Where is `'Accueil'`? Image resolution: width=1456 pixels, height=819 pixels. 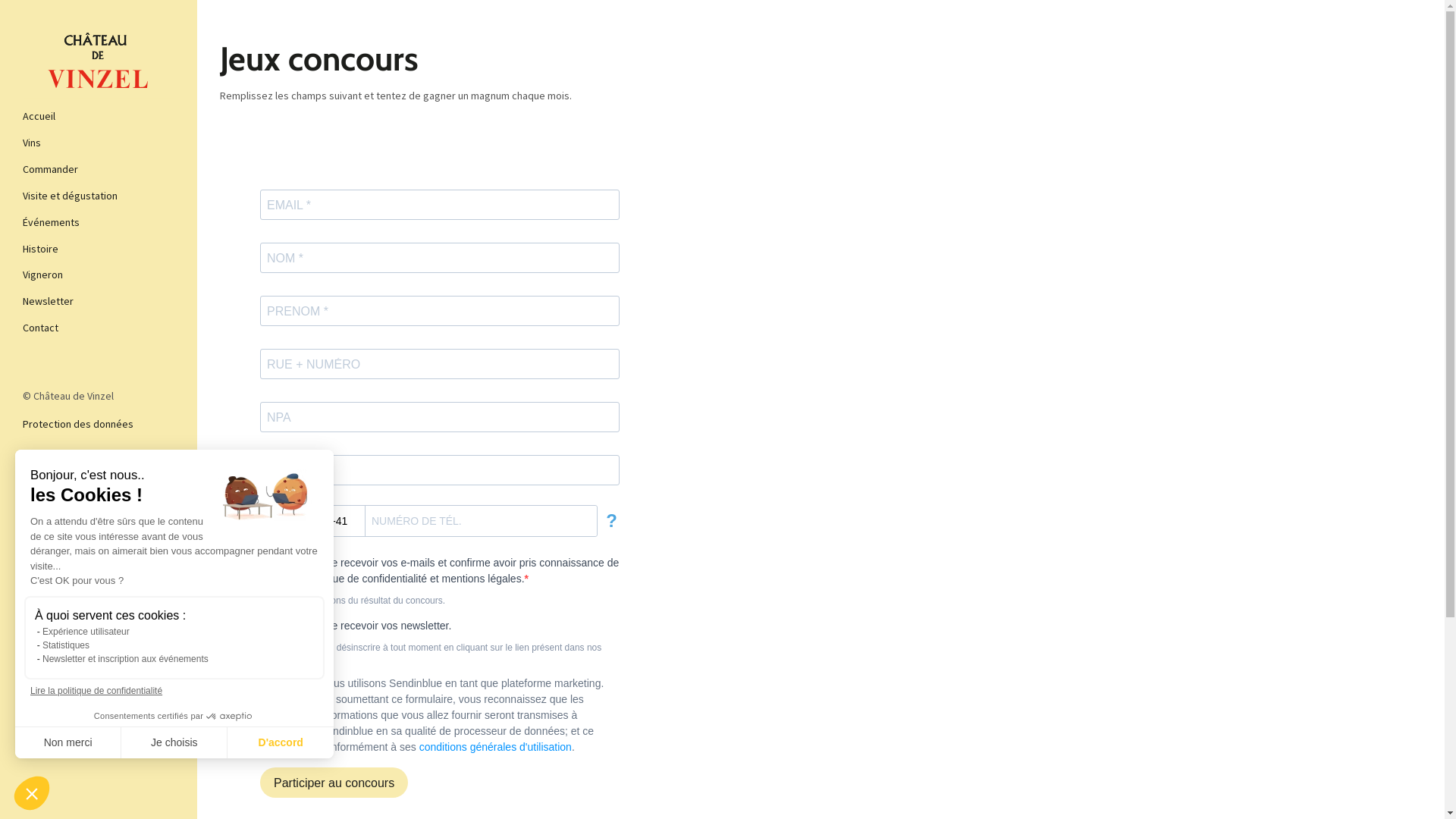
'Accueil' is located at coordinates (22, 115).